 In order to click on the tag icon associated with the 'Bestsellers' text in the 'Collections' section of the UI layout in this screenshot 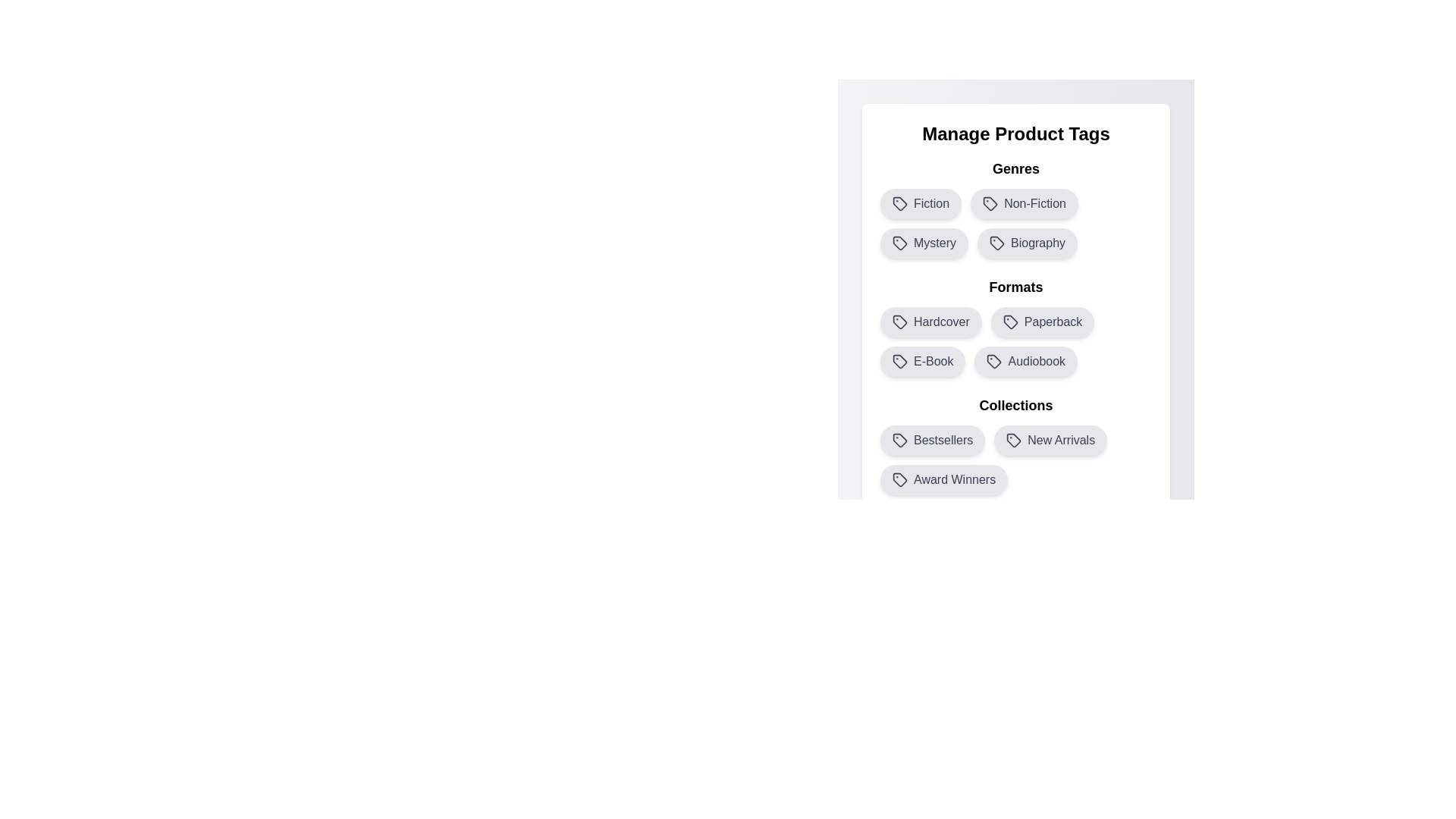, I will do `click(899, 441)`.